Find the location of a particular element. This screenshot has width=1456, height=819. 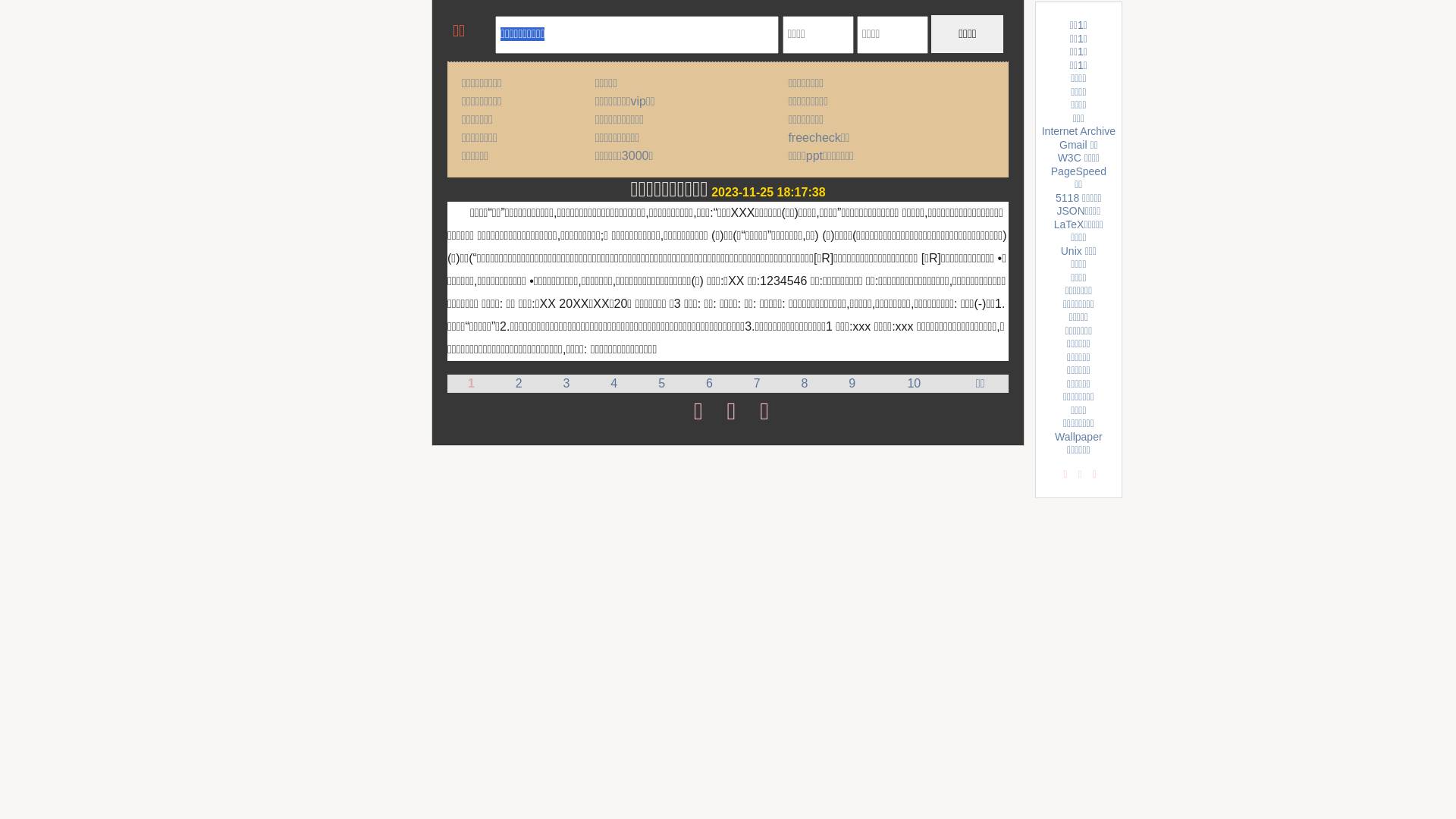

'2023-11-25 18:17:38' is located at coordinates (767, 191).